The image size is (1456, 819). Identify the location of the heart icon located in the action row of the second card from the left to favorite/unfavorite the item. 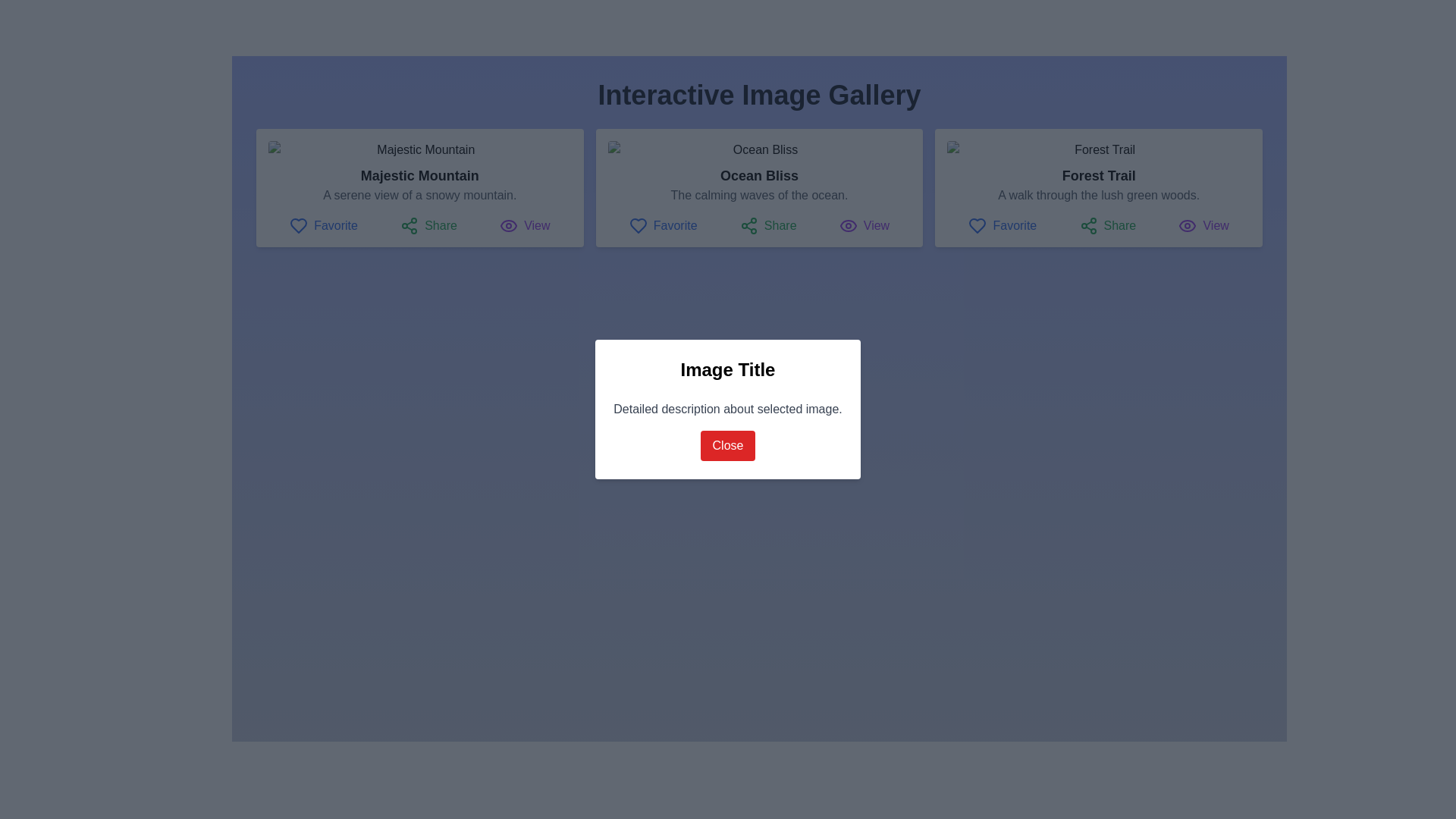
(638, 225).